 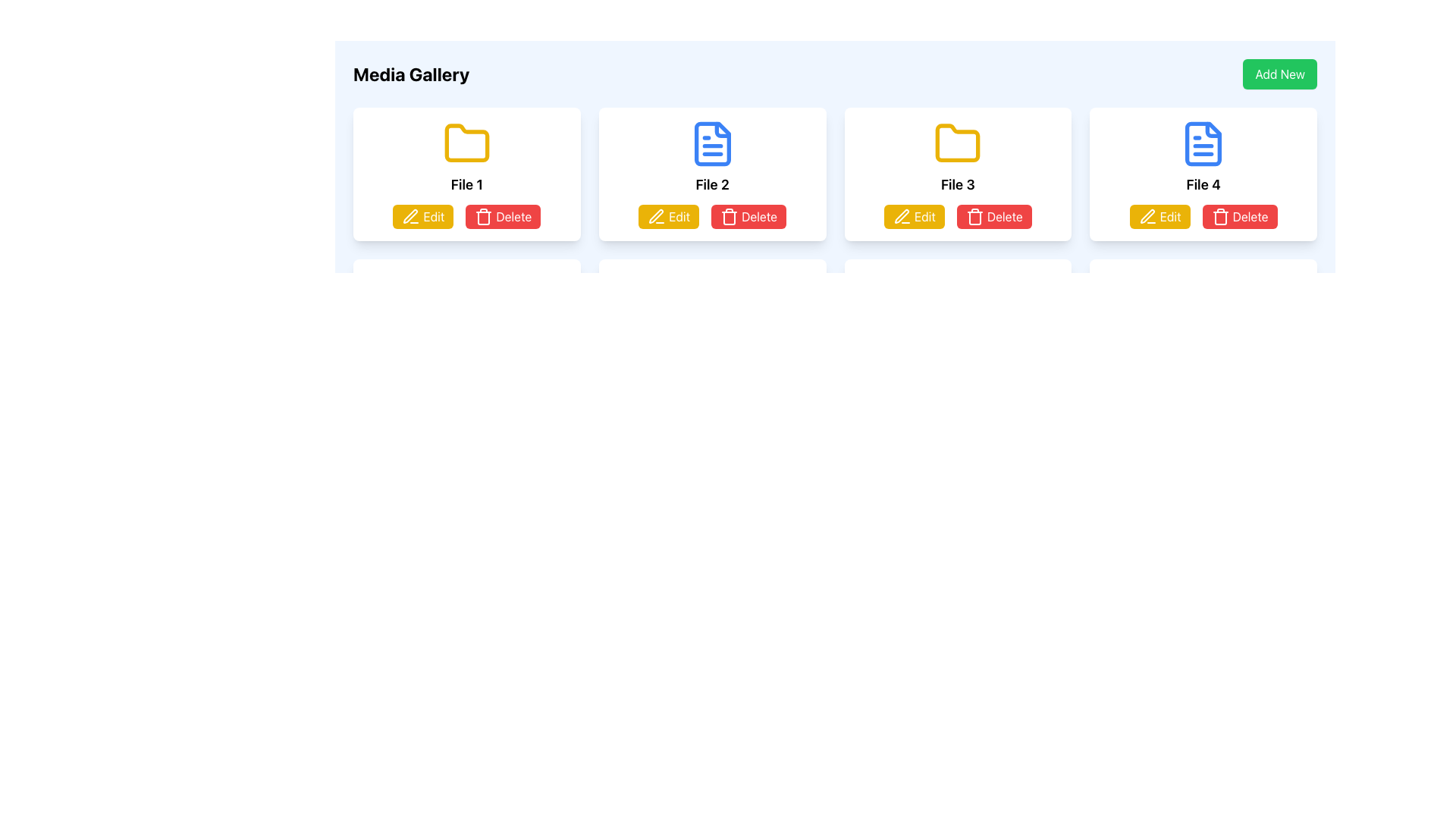 What do you see at coordinates (902, 216) in the screenshot?
I see `the small yellow pencil icon that is part of the 'Edit' button for the third item labeled 'File 3' in the media gallery grid layout` at bounding box center [902, 216].